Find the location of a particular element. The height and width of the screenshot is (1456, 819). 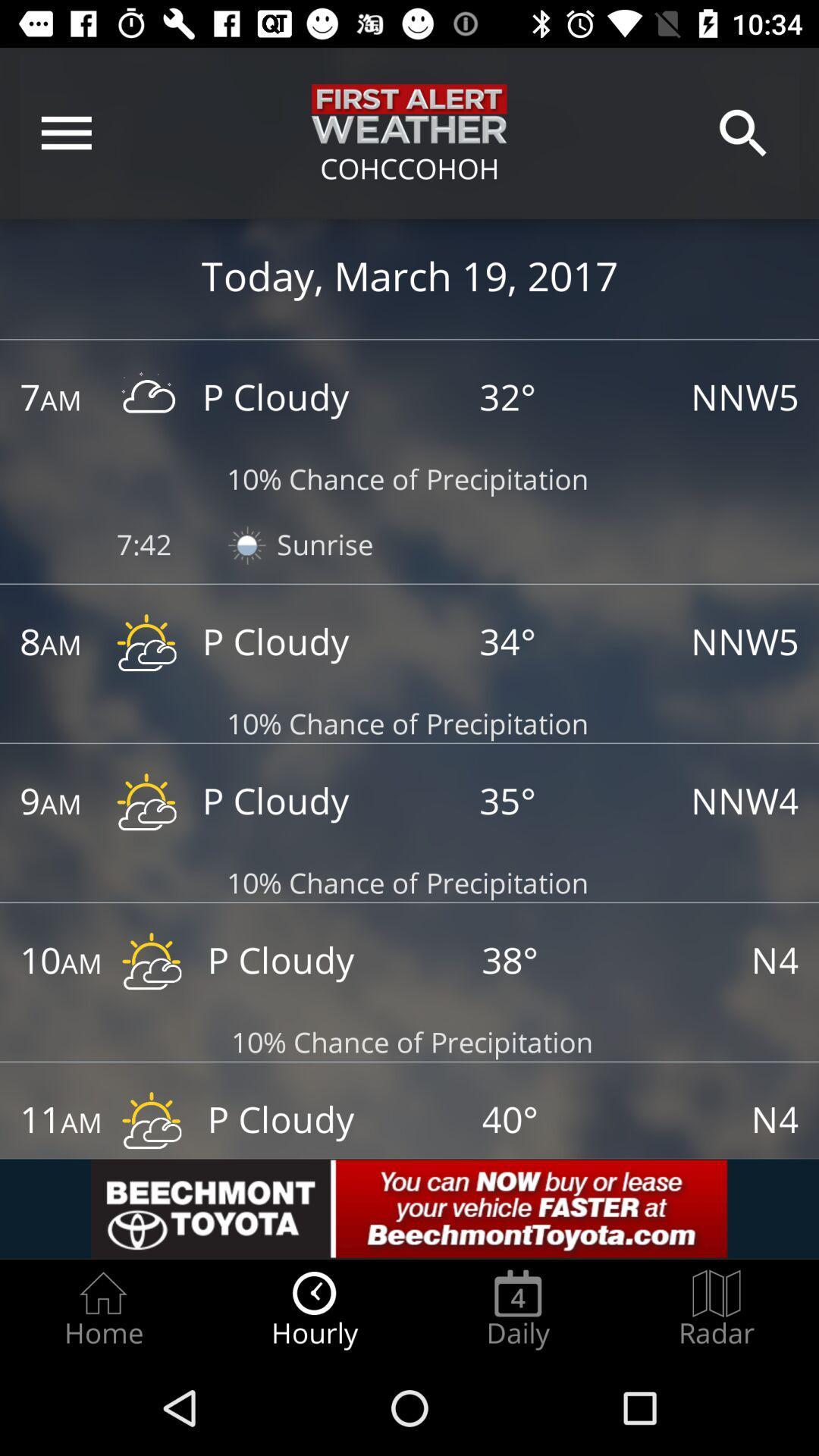

change time is located at coordinates (44, 1122).